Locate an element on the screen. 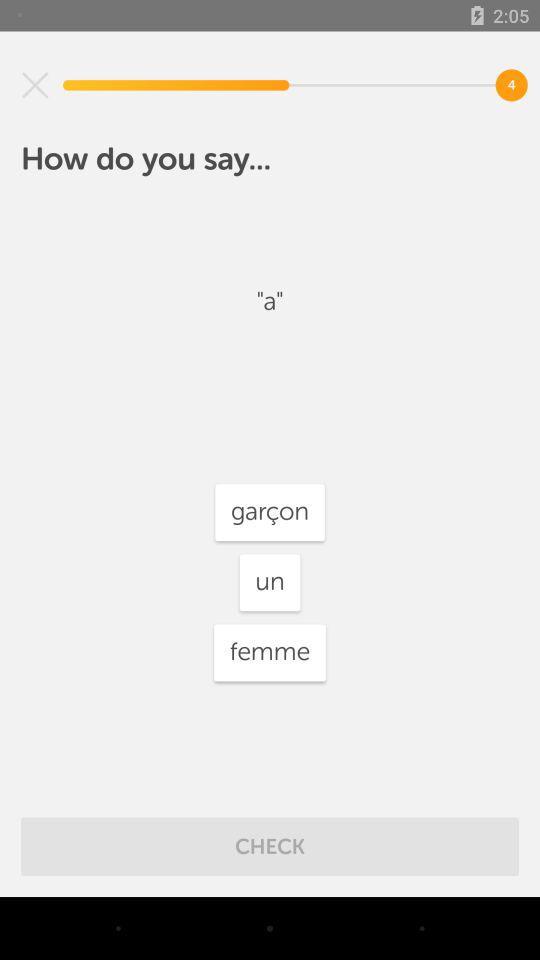  check item is located at coordinates (270, 845).